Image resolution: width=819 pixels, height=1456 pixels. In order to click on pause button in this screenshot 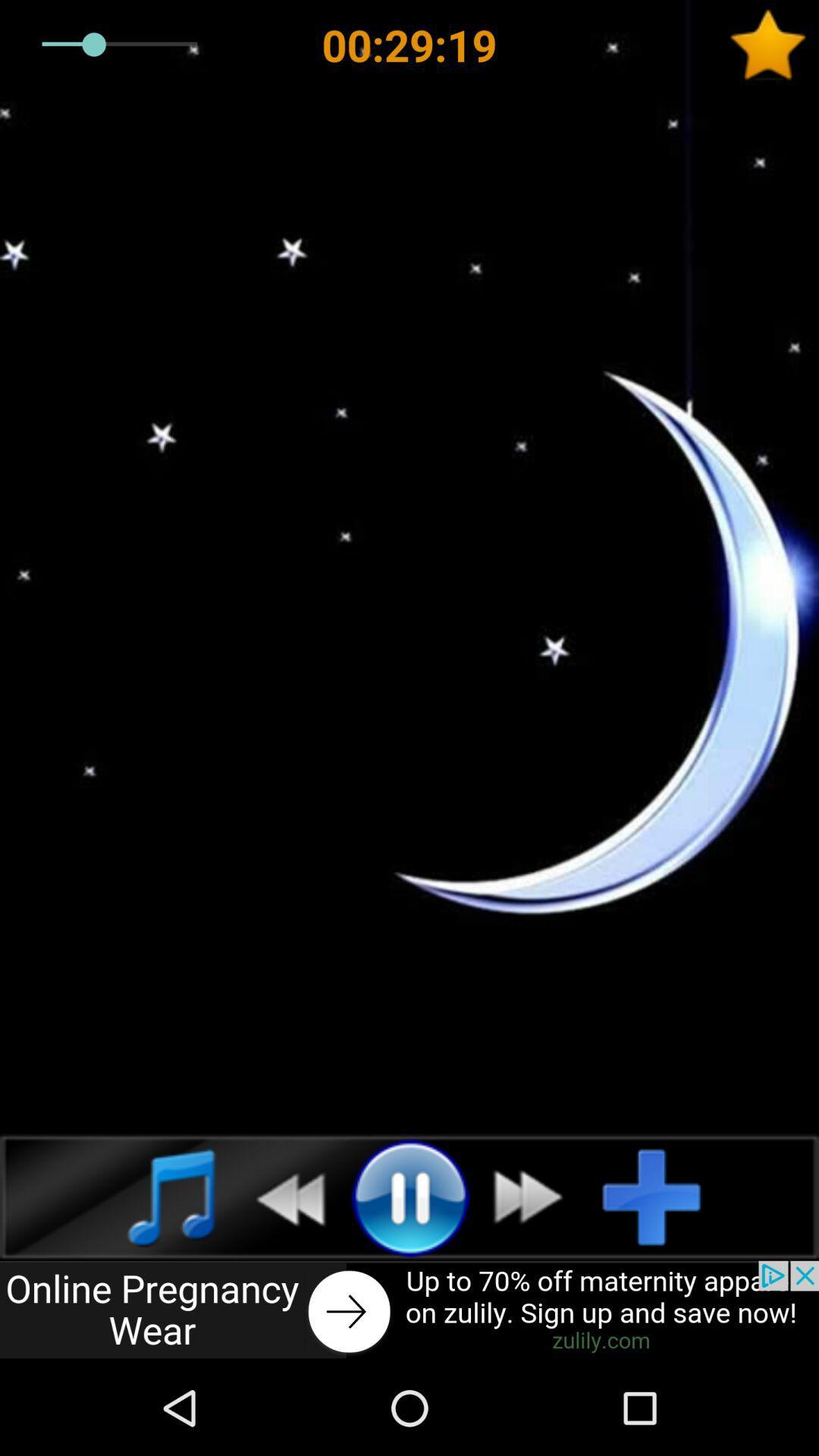, I will do `click(409, 1196)`.